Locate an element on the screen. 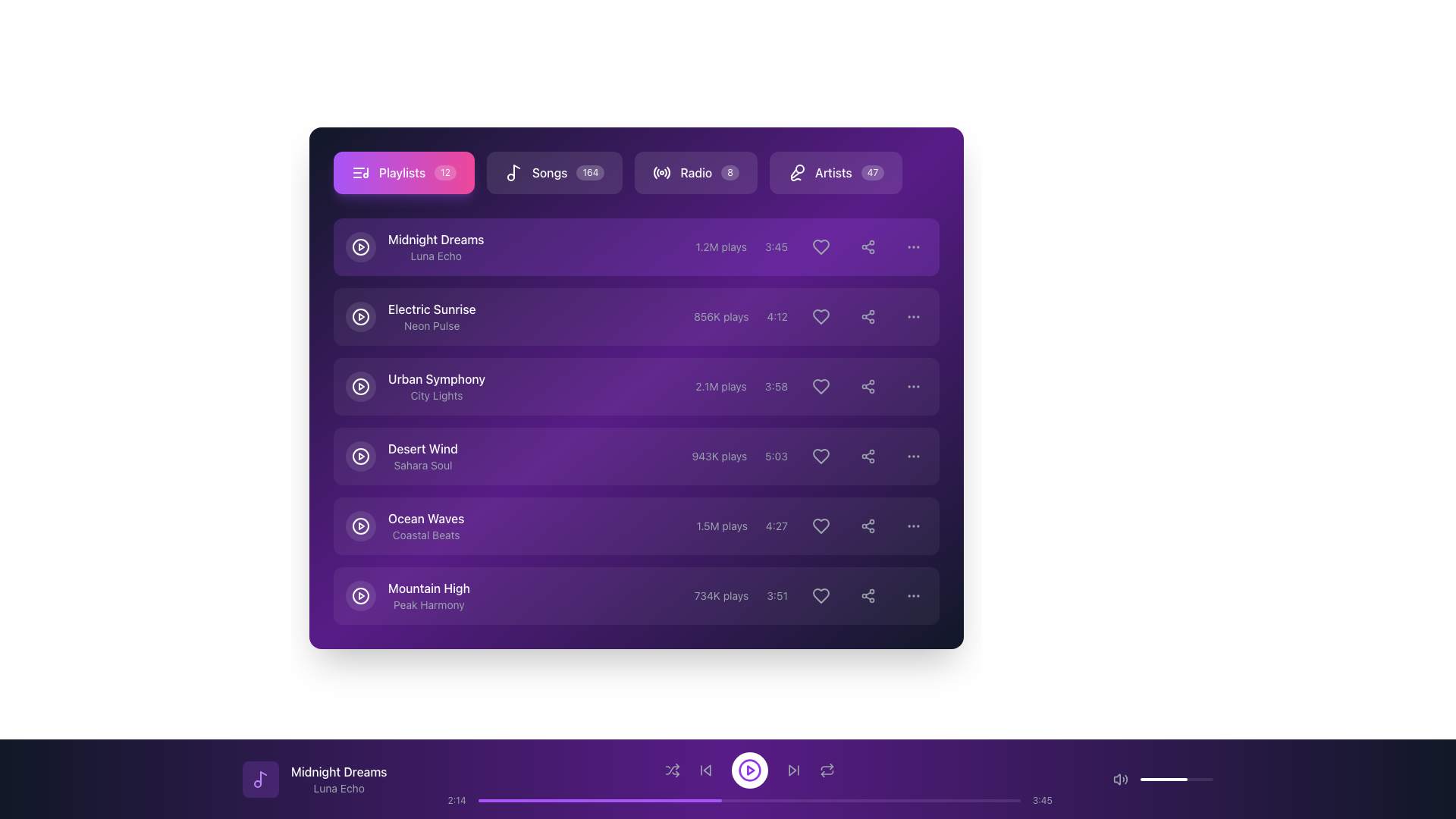 The height and width of the screenshot is (819, 1456). the subtitle text labeled 'Sahara Soul', which is a small, gray-colored font positioned below the bold text 'Desert Wind' is located at coordinates (422, 464).